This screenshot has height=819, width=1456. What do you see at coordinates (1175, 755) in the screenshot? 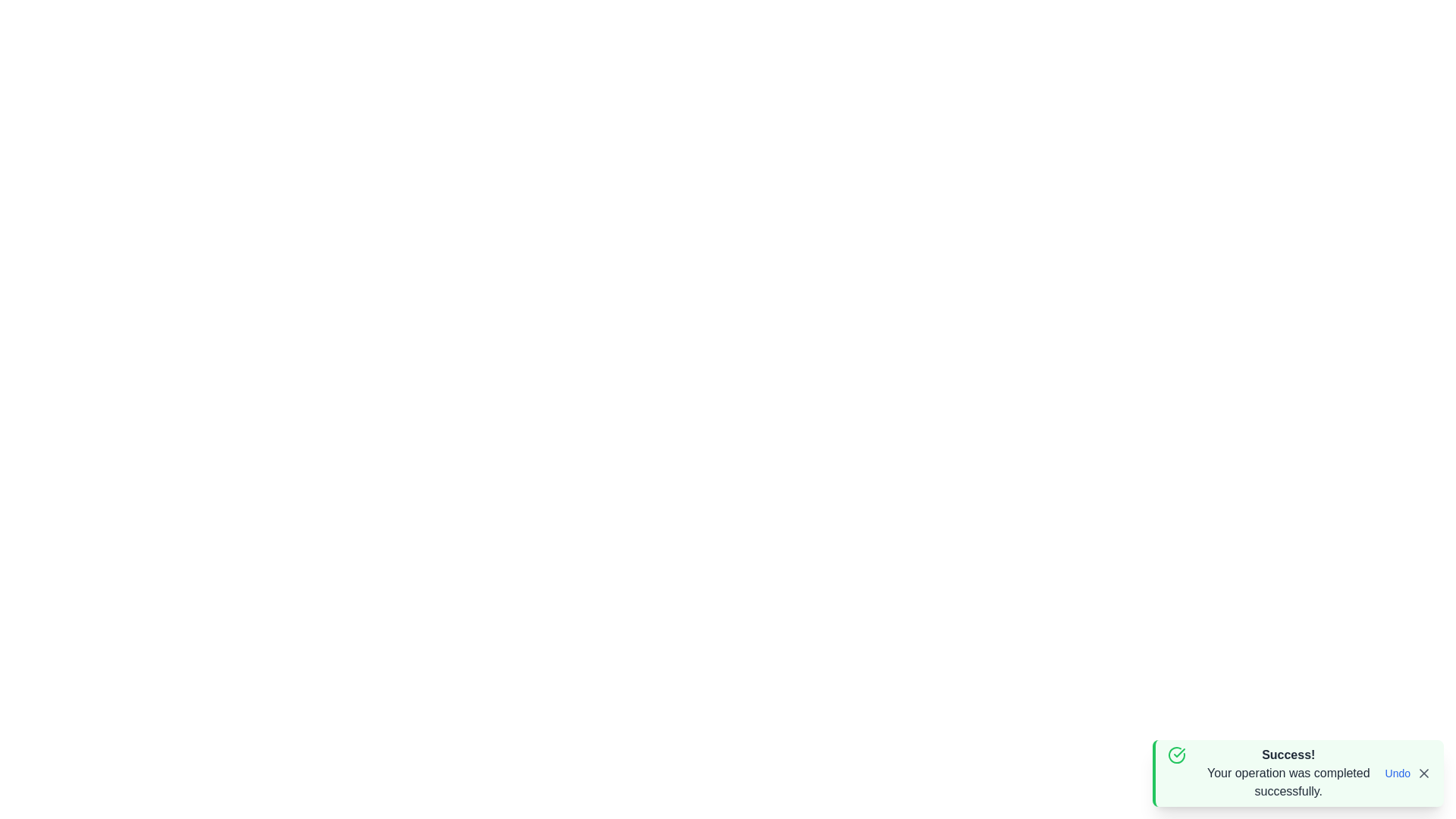
I see `the icon to inspect it for visual feedback` at bounding box center [1175, 755].